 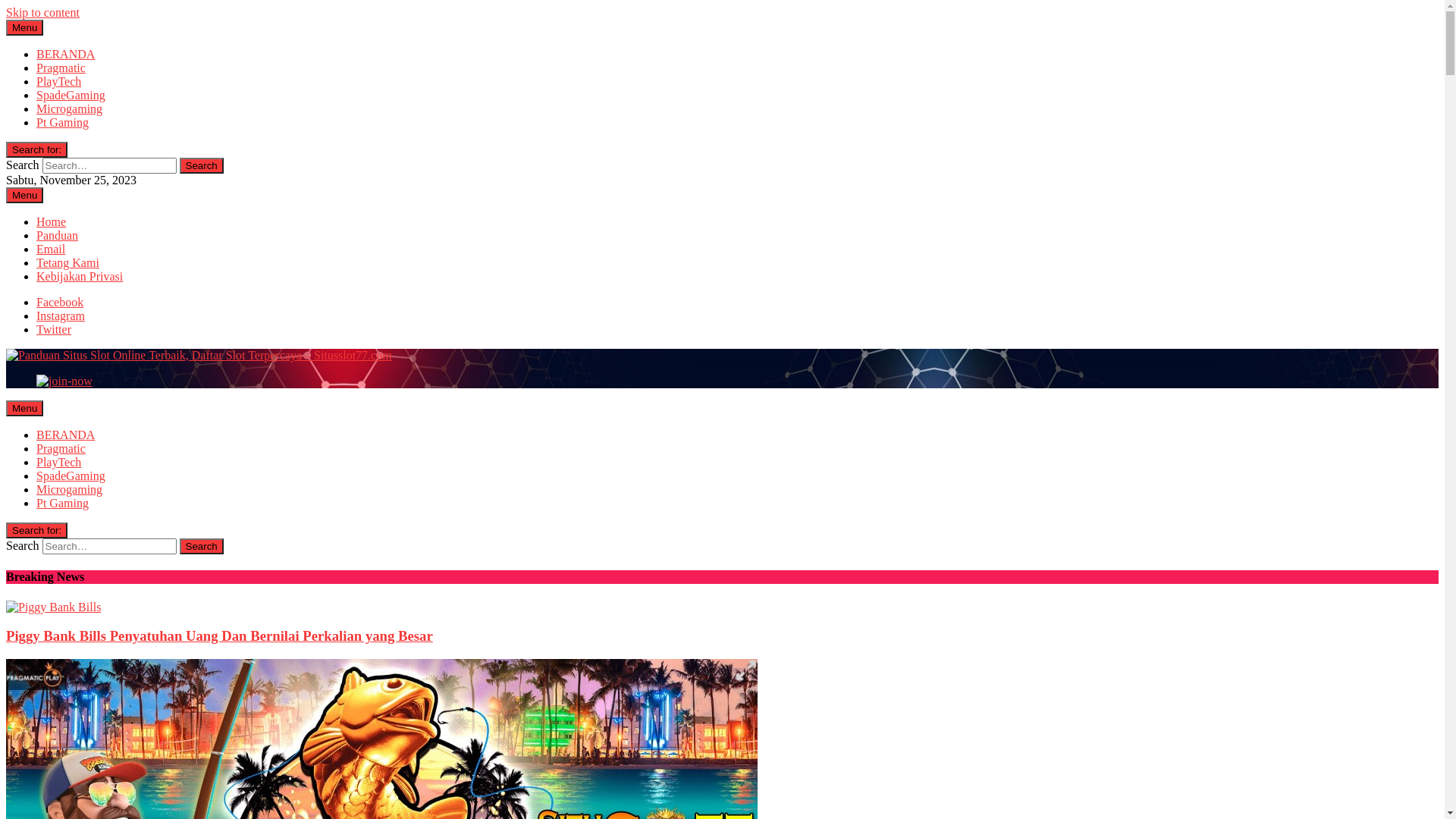 I want to click on 'PlayTech', so click(x=36, y=461).